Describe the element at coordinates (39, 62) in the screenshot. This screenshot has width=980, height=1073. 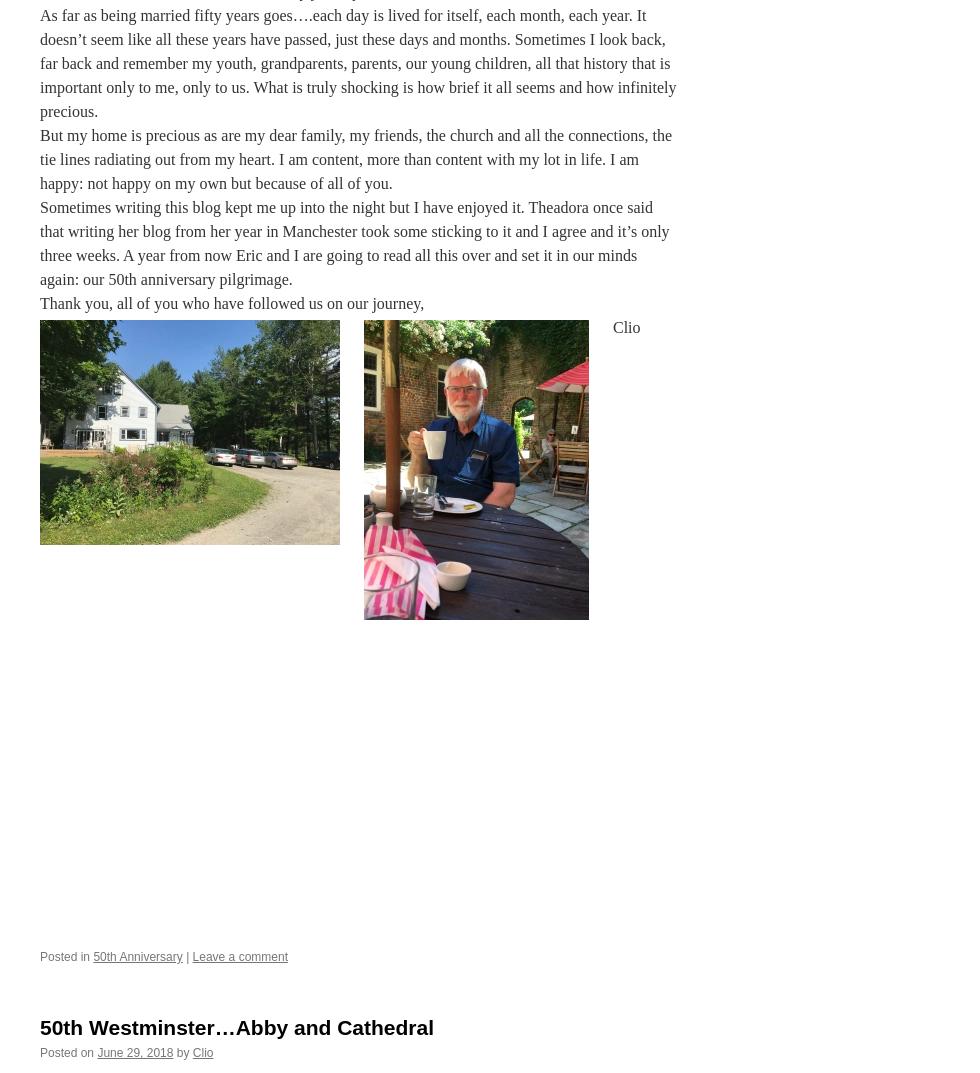
I see `'As far as being married fifty years goes….each day is lived for itself, each month, each year. It doesn’t seem like all these years have passed, just these days and months. Sometimes I look back, far back and remember my youth, grandparents, parents, our young children, all that history that is important only to me, only to us. What is truly shocking is how brief it all seems and how infinitely precious.'` at that location.